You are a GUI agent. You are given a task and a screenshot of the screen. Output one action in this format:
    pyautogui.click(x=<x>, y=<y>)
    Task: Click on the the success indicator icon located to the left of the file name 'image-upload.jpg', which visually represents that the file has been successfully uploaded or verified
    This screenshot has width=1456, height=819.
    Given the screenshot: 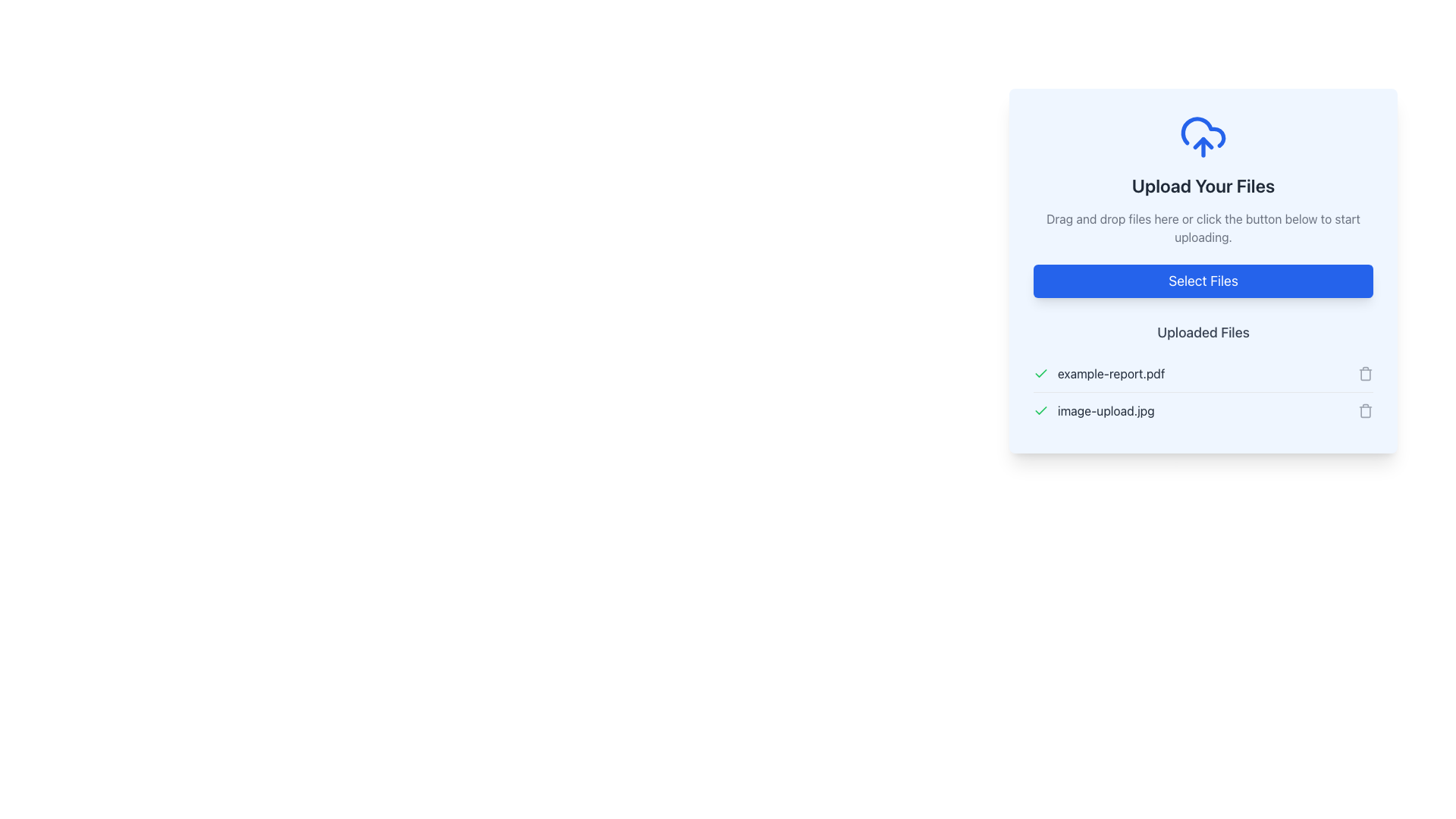 What is the action you would take?
    pyautogui.click(x=1040, y=411)
    